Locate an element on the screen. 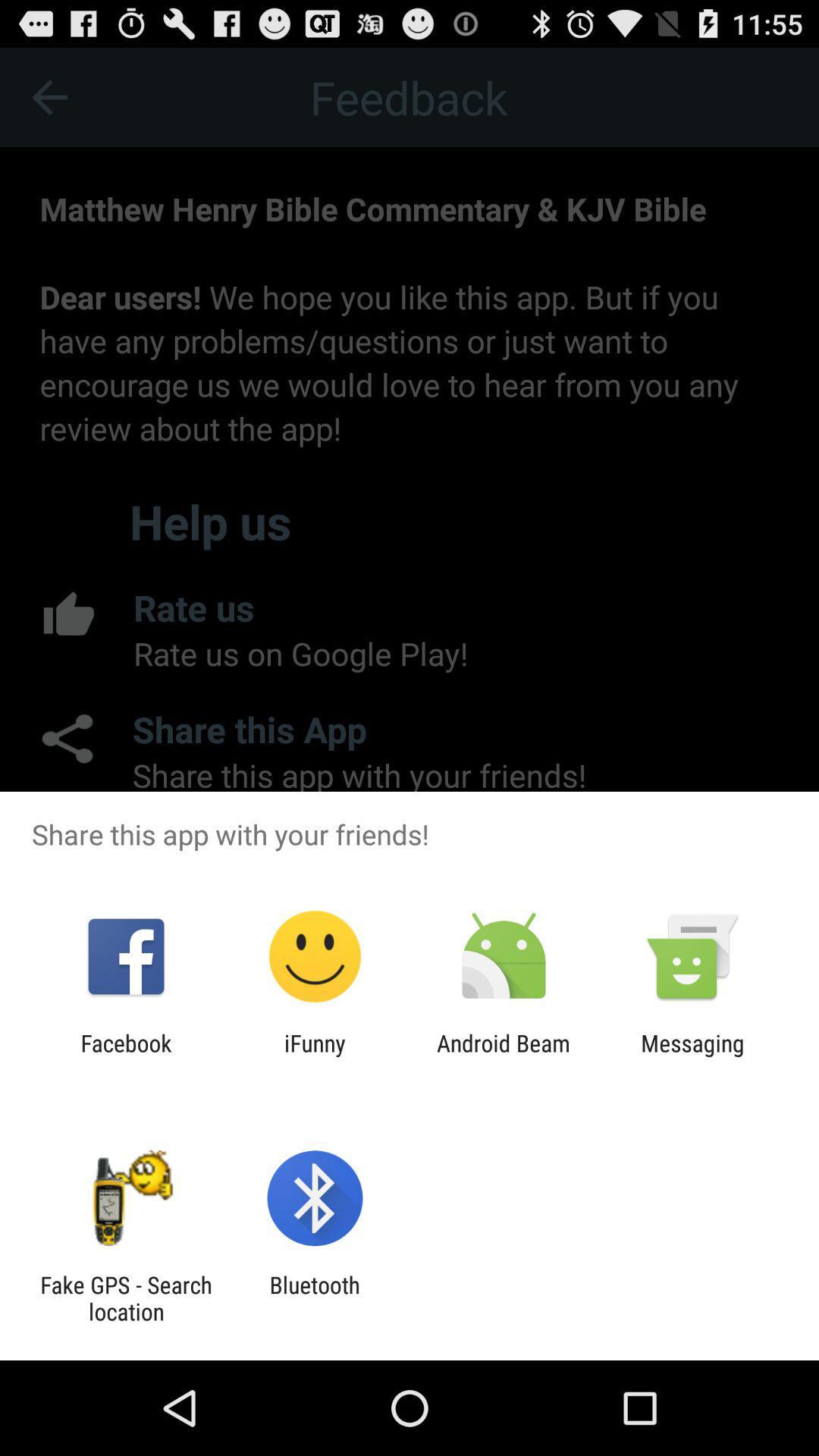 This screenshot has width=819, height=1456. the android beam item is located at coordinates (504, 1056).